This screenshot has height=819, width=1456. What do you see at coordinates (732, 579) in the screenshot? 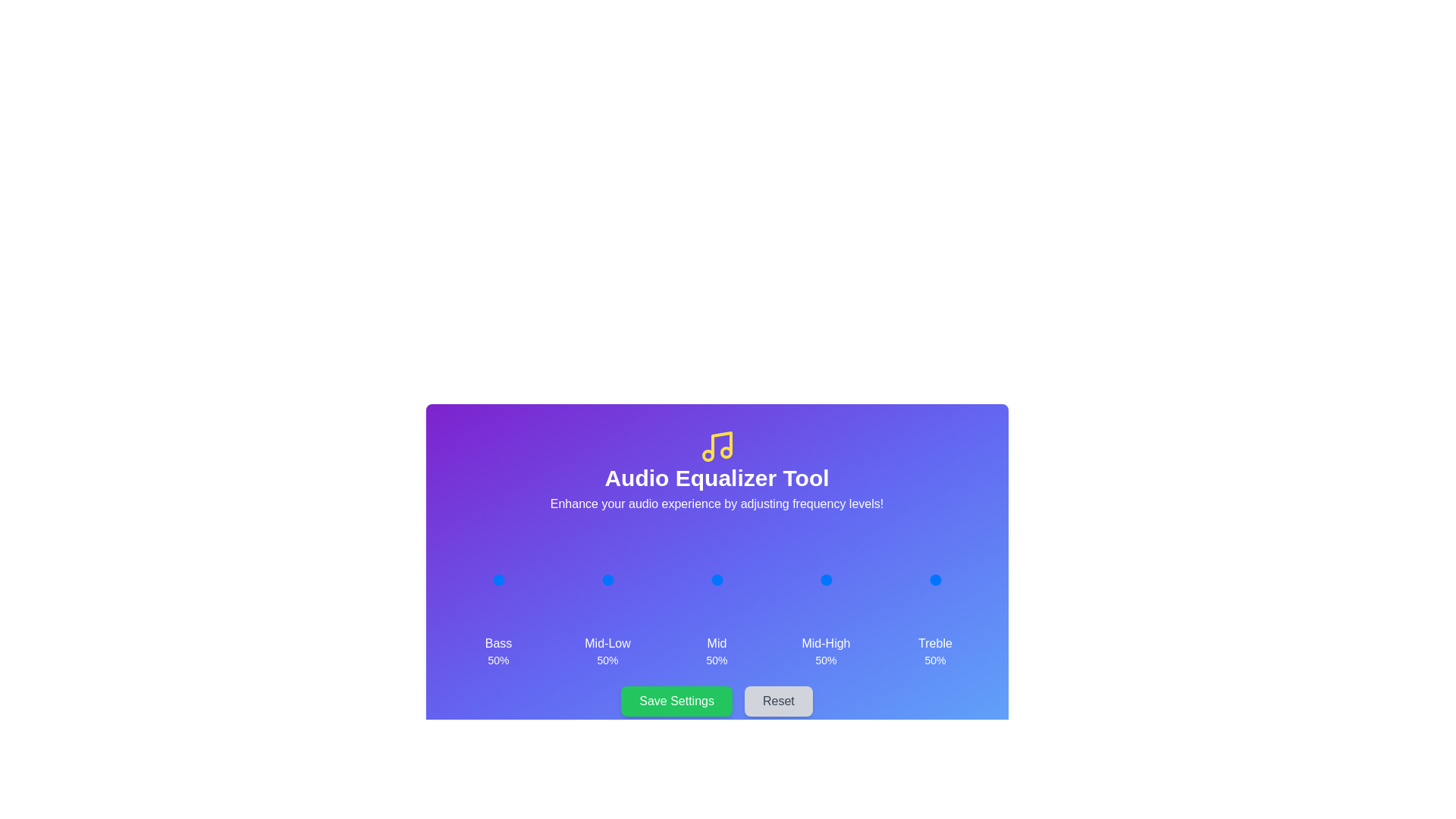
I see `the 2 slider to 82%` at bounding box center [732, 579].